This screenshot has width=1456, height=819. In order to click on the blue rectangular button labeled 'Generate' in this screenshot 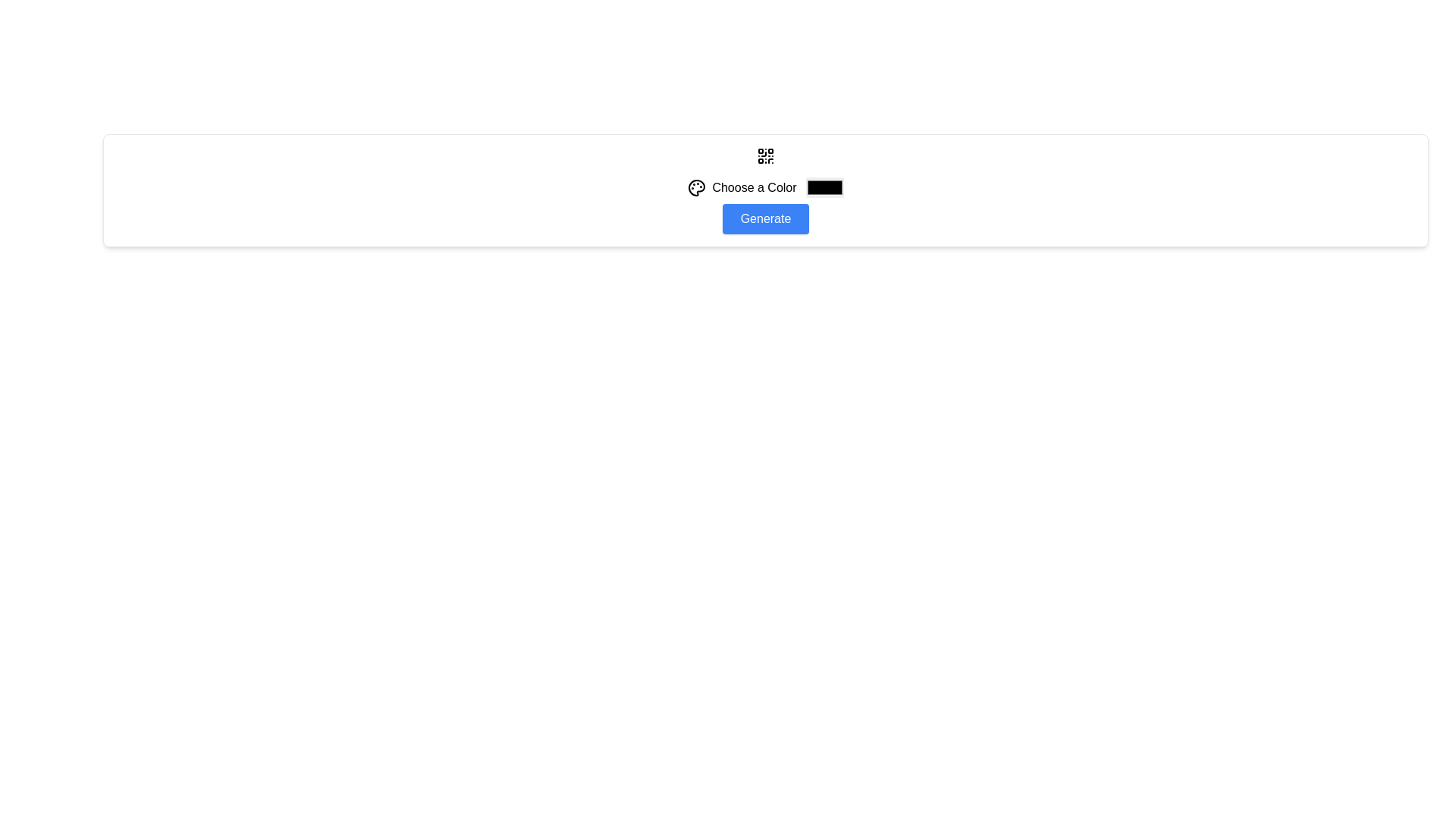, I will do `click(765, 219)`.